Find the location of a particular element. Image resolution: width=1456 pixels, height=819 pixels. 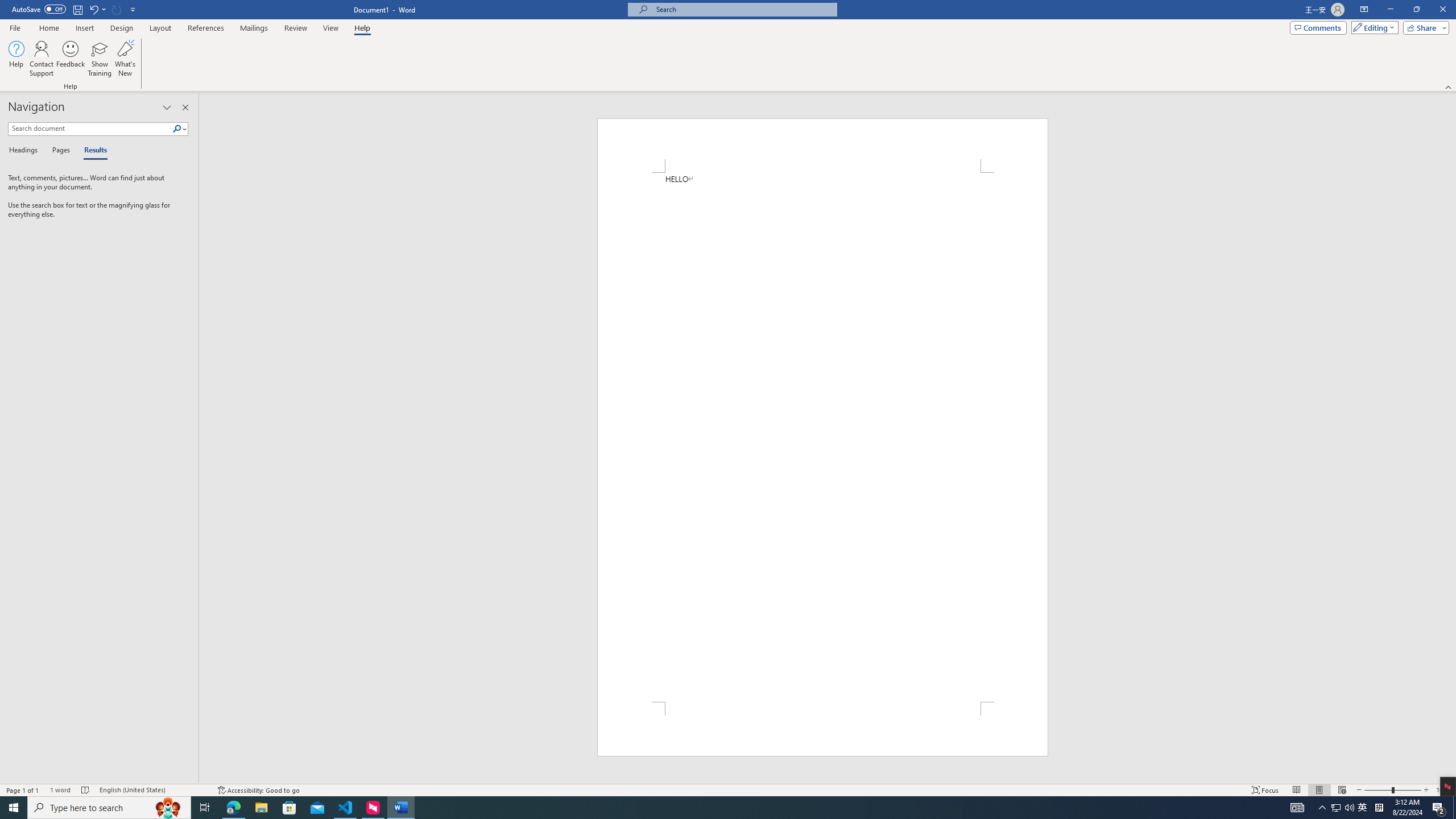

'View' is located at coordinates (331, 28).